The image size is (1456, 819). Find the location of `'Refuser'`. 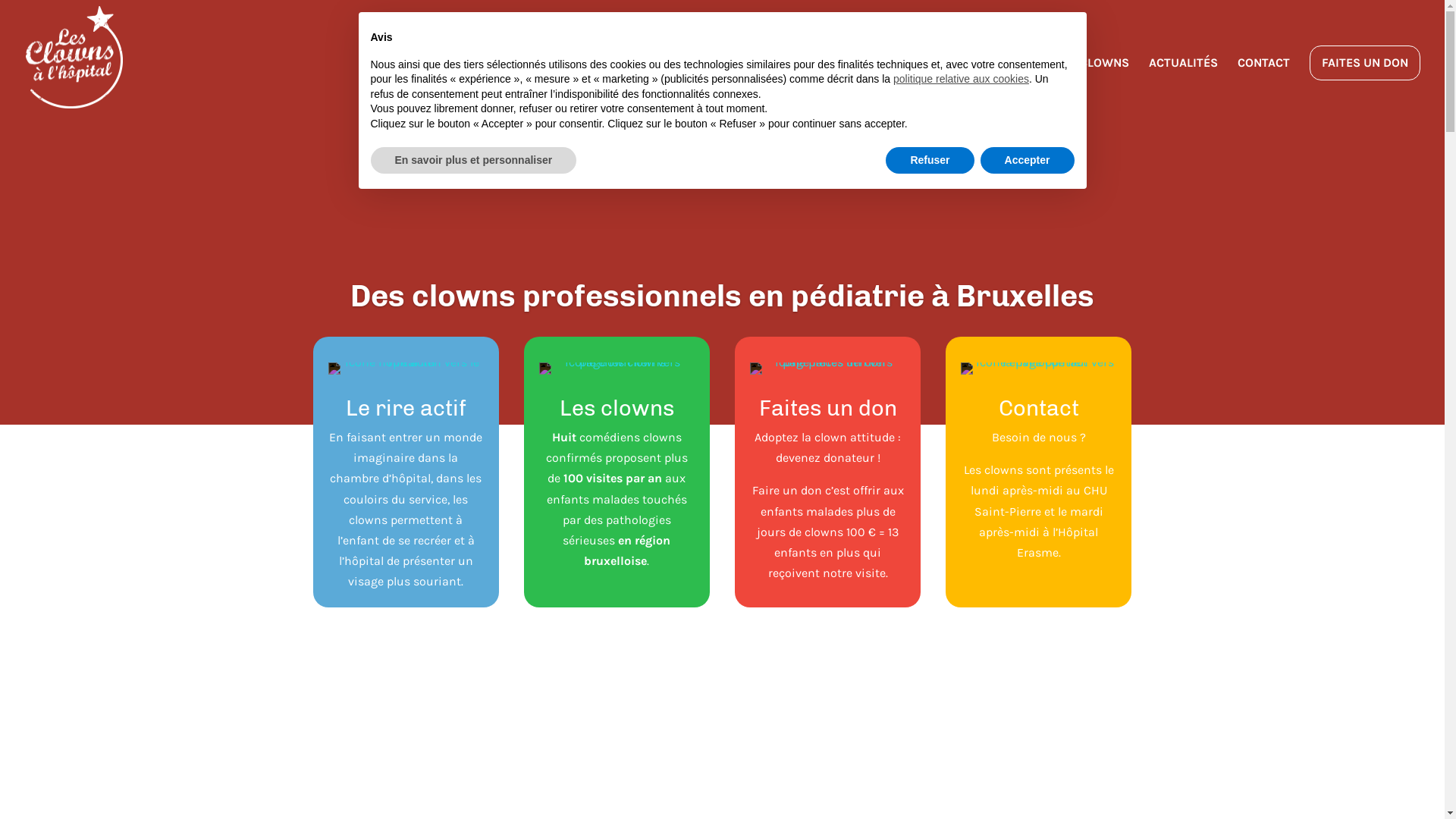

'Refuser' is located at coordinates (928, 161).